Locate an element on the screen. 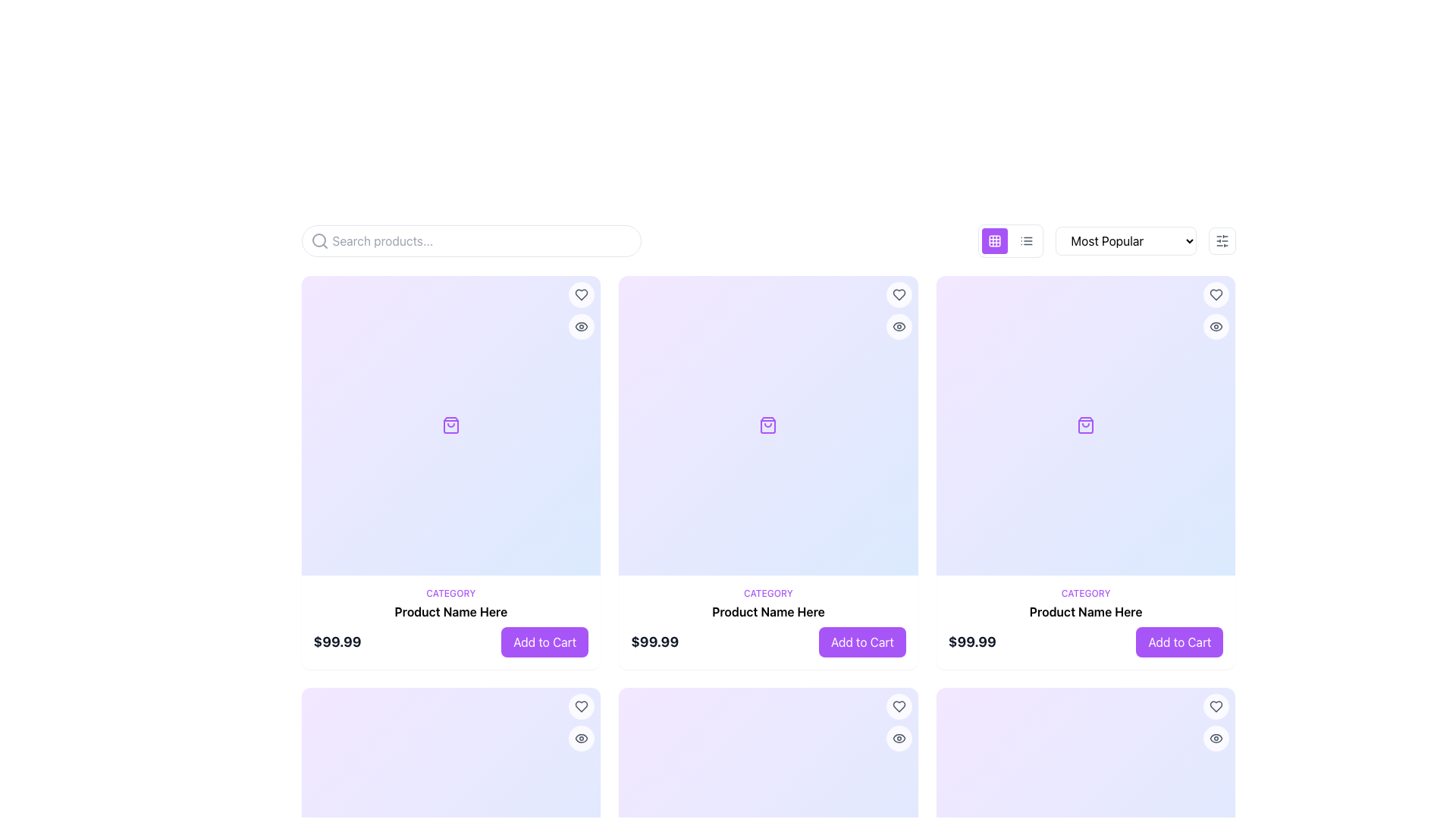  the eye icon button located is located at coordinates (899, 737).